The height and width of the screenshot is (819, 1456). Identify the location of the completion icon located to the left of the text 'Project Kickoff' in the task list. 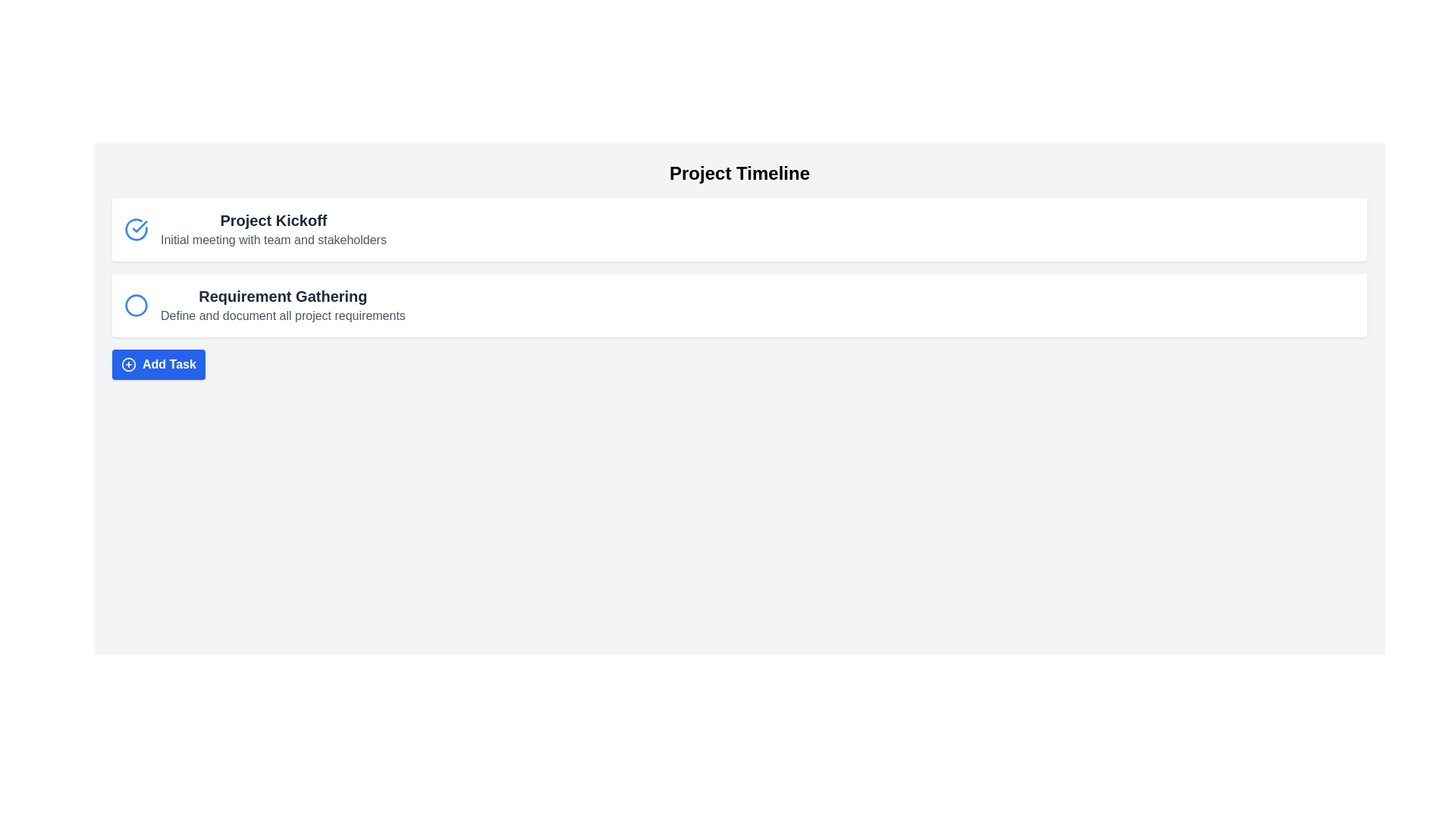
(140, 227).